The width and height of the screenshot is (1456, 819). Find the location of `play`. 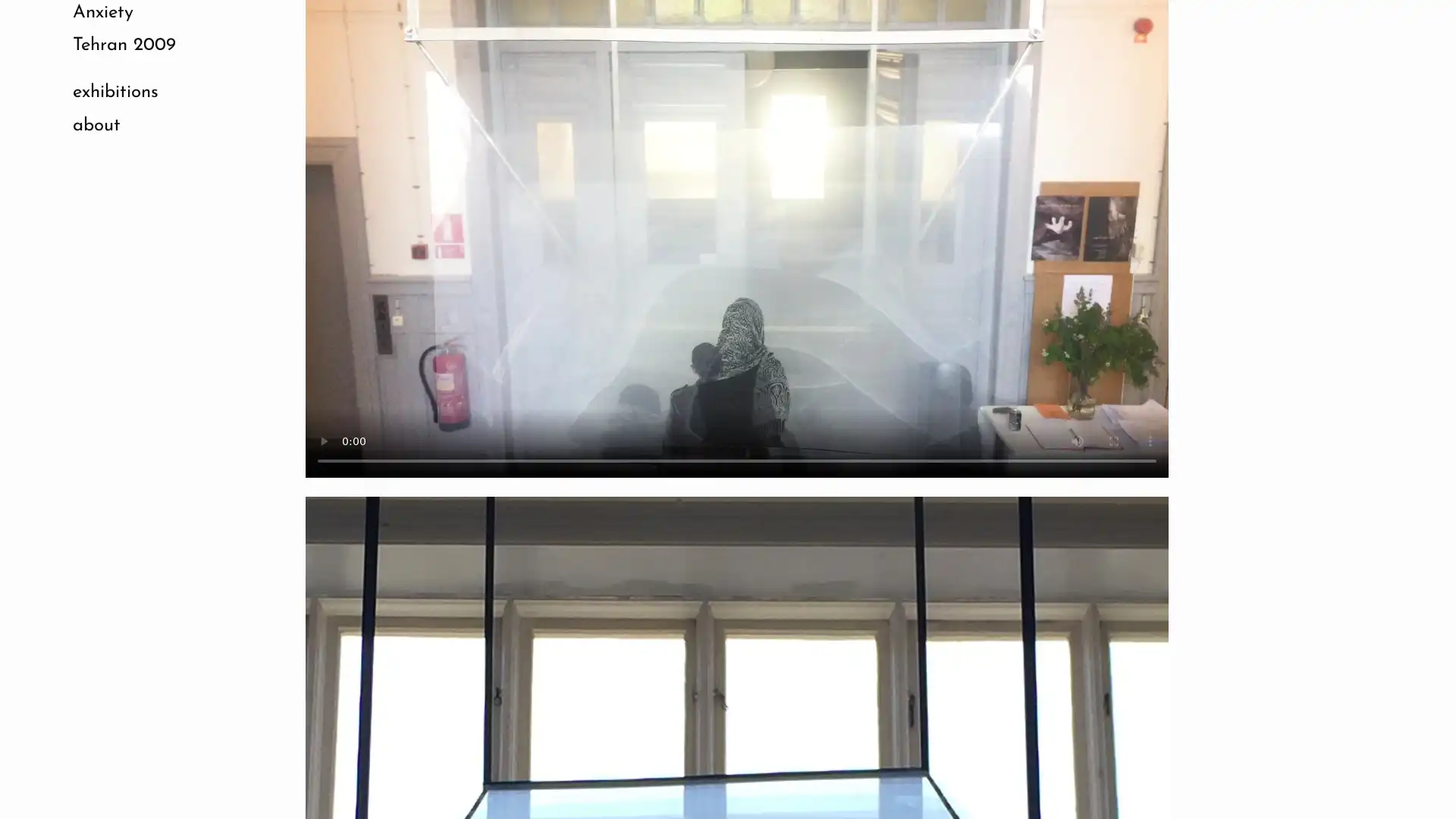

play is located at coordinates (323, 441).